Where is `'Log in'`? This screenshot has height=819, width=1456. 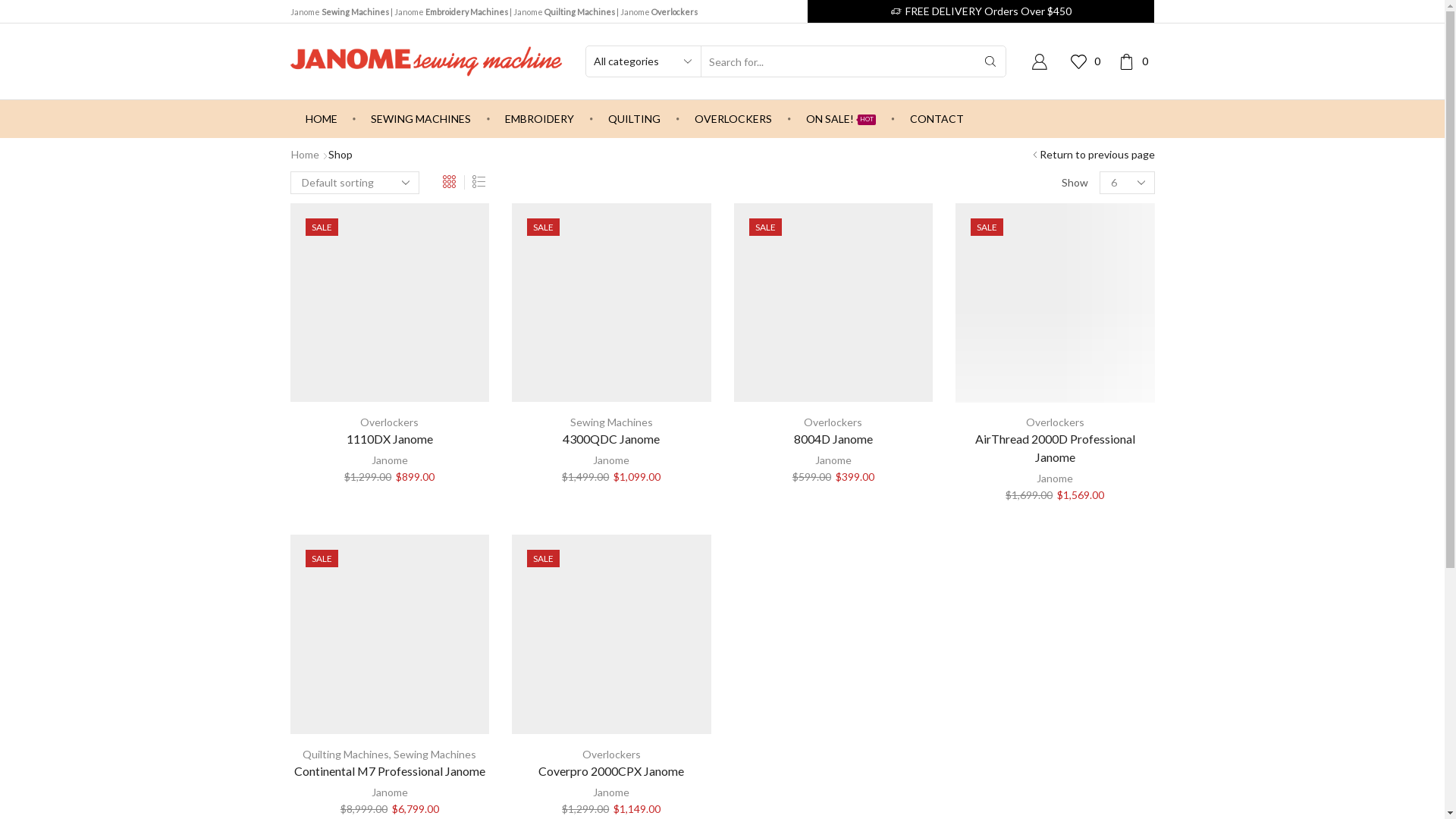 'Log in' is located at coordinates (931, 306).